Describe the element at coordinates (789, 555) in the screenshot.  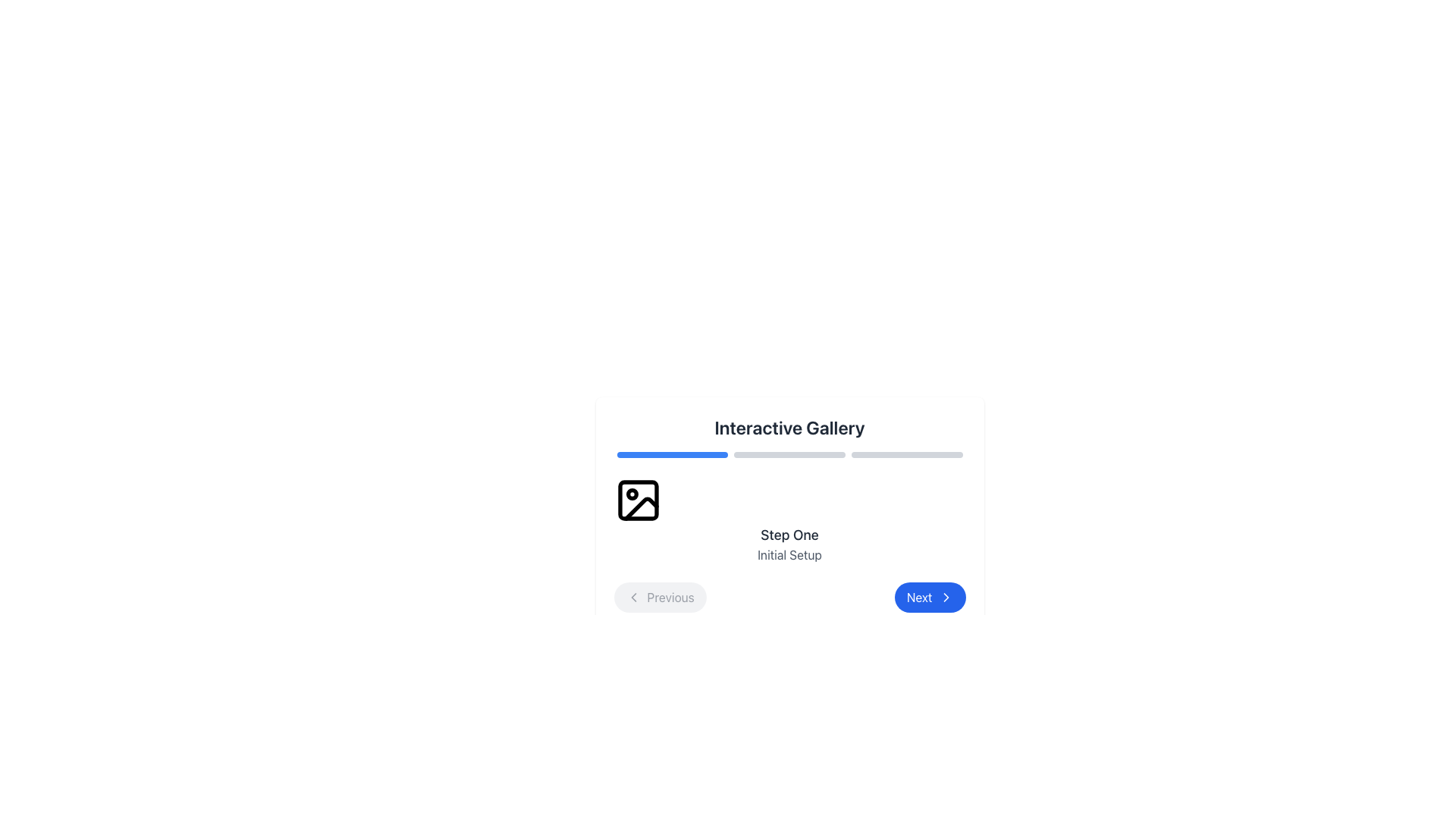
I see `the 'Initial Setup' text label, which is a grayish colored subtitle located directly beneath the 'Step One' text in the stepwise navigation interface` at that location.